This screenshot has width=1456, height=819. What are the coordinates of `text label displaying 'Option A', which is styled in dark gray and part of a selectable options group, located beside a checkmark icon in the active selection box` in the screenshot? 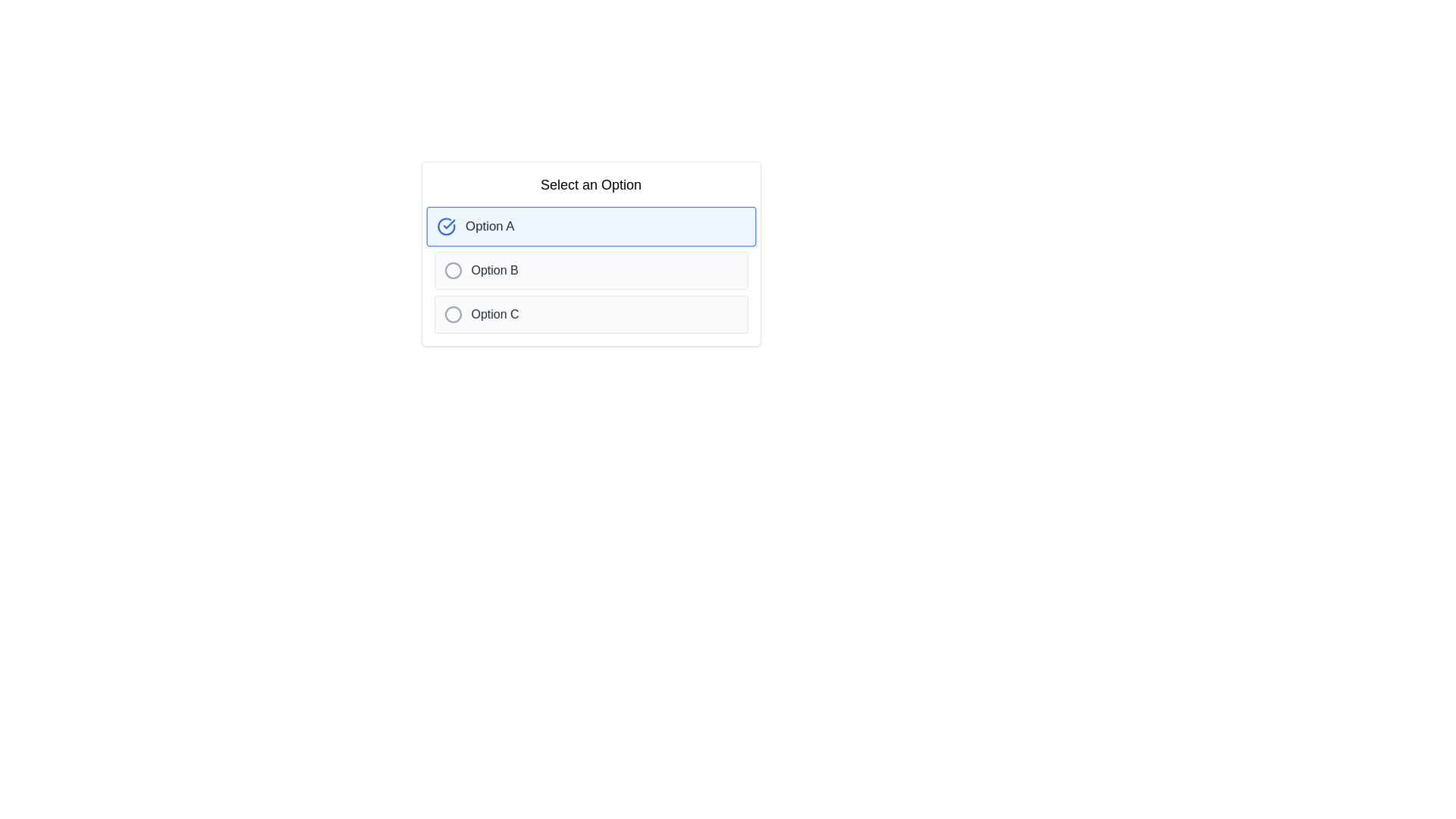 It's located at (489, 227).